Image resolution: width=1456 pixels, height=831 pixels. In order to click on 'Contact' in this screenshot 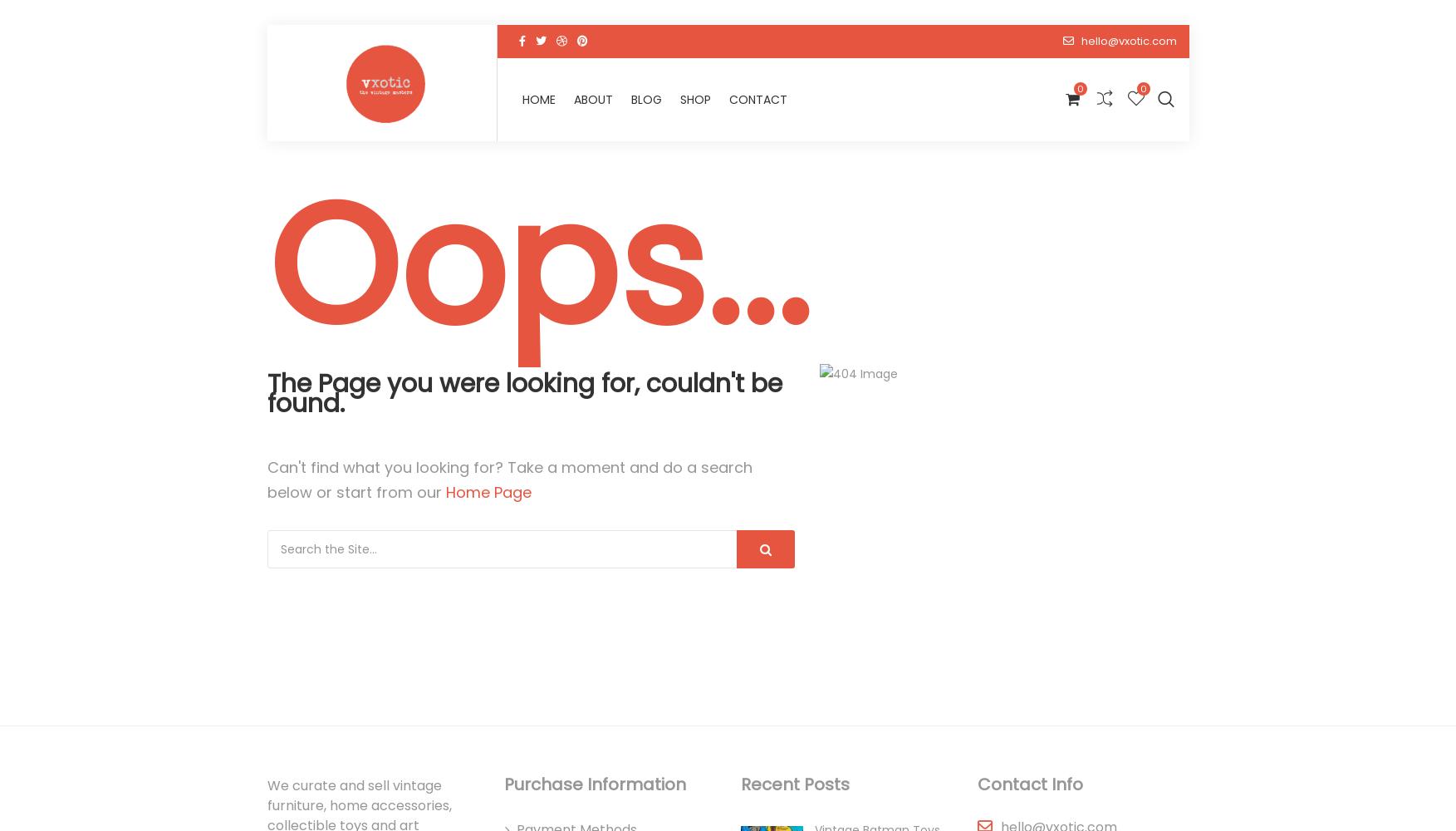, I will do `click(1080, 102)`.